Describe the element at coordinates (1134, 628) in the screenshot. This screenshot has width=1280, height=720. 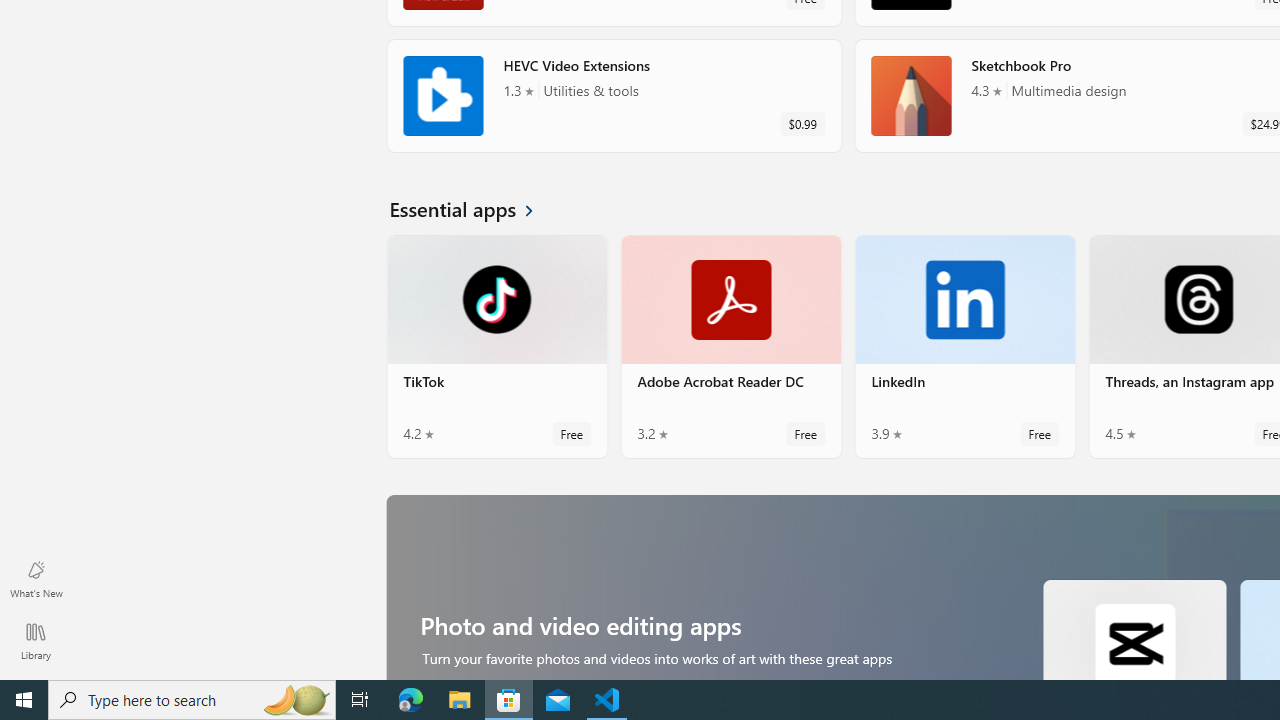
I see `'CapCut. Average rating of 4.7 out of five stars. Free  '` at that location.